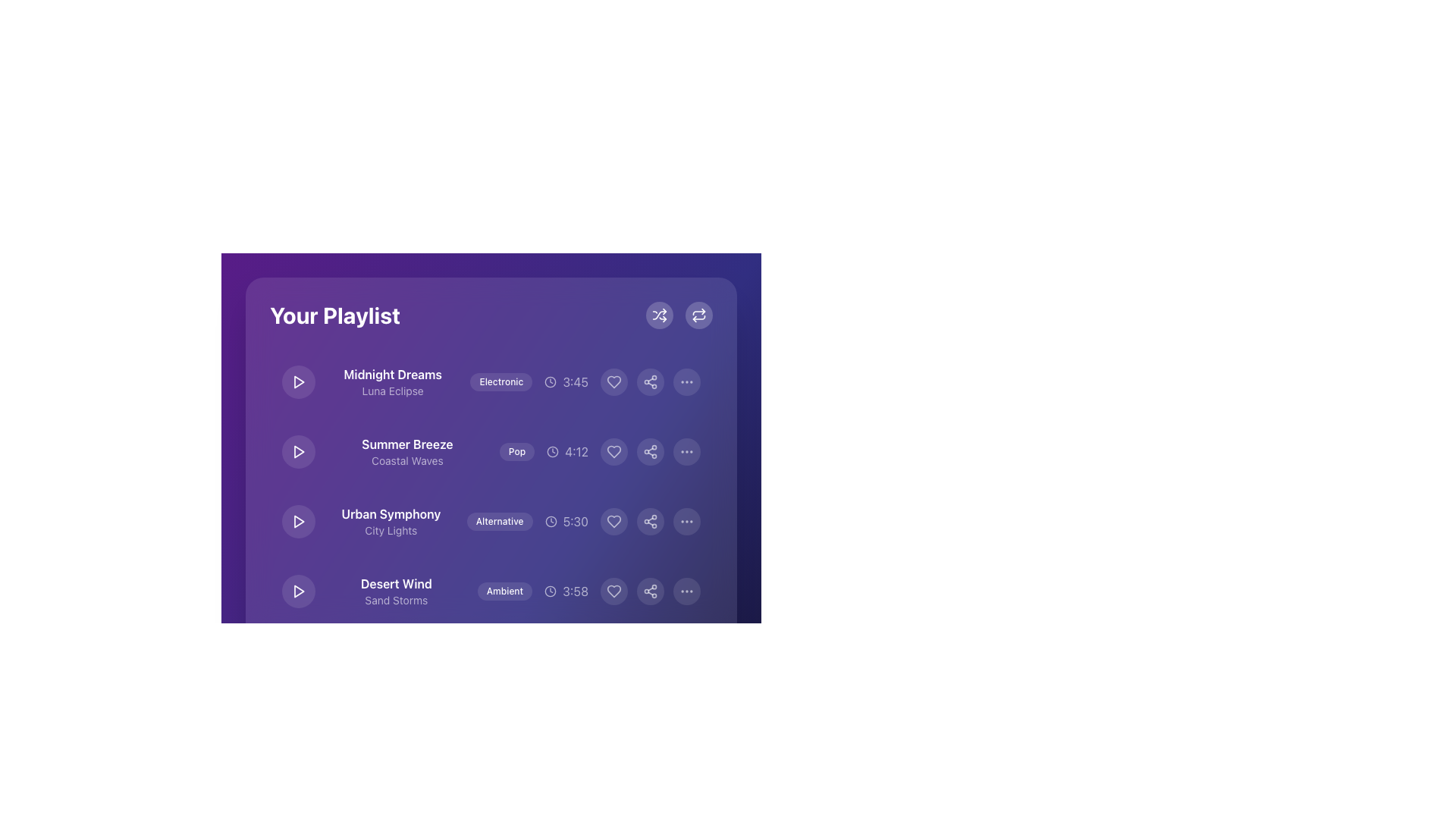 The height and width of the screenshot is (819, 1456). Describe the element at coordinates (516, 451) in the screenshot. I see `the 'Pop' badge element in the 'Summer Breeze' playlist, which is a small, pill-shaped badge with rounded corners and semi-transparent white color` at that location.